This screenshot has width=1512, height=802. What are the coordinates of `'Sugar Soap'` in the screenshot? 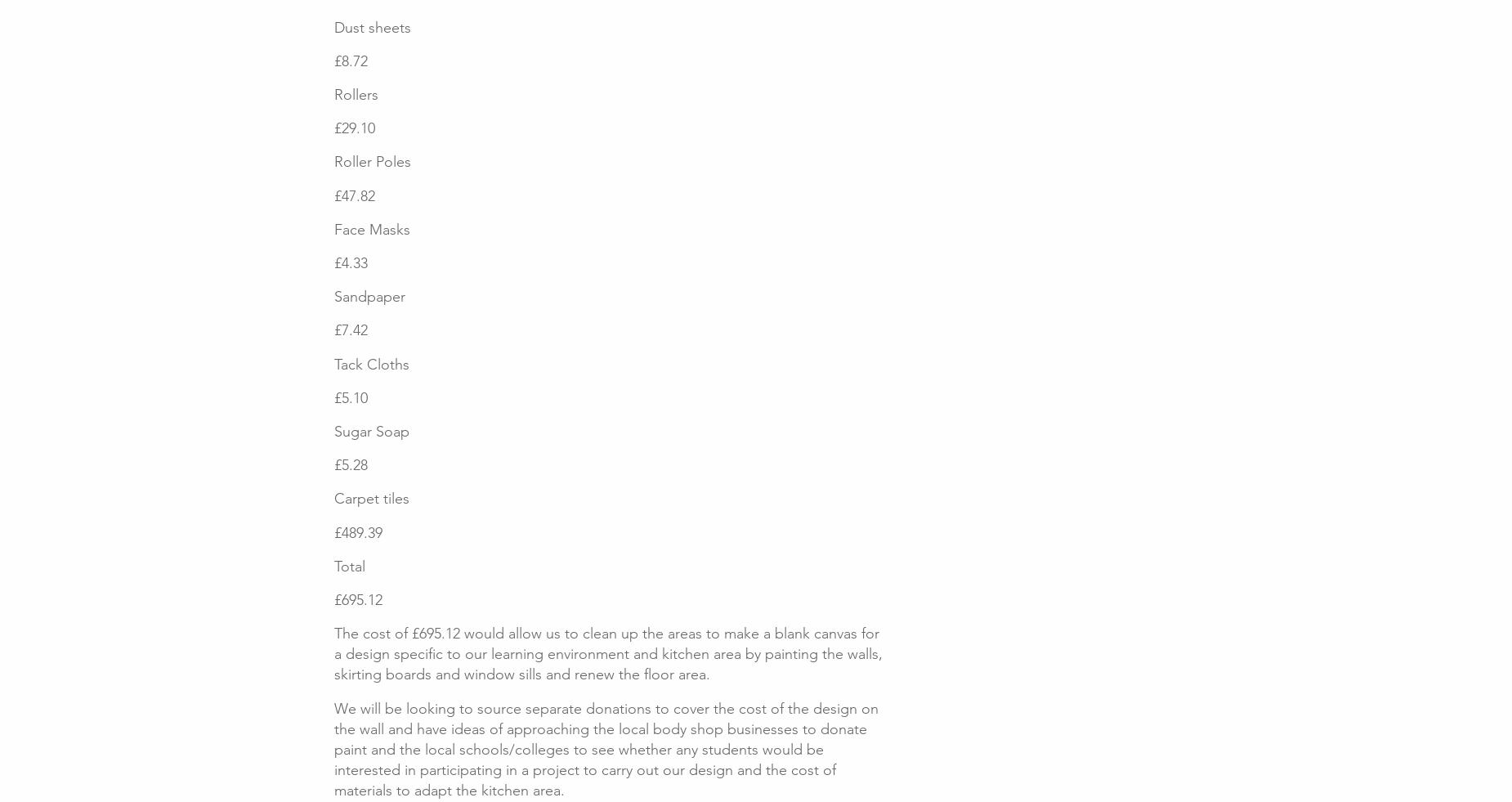 It's located at (370, 430).